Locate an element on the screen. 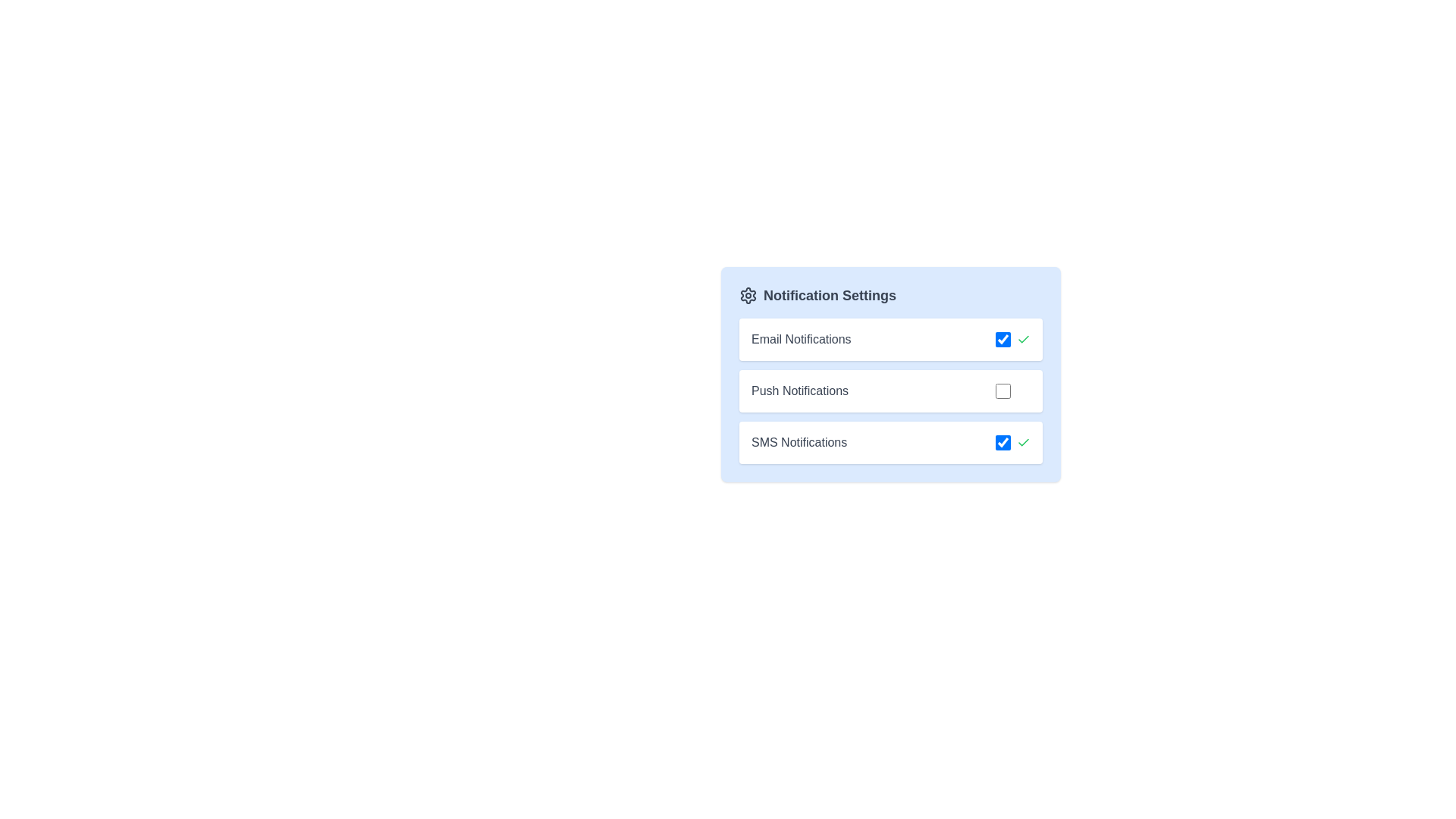 The image size is (1456, 819). the icon that indicates the activation or confirmation for the 'SMS Notifications' option, located immediately to the right of the checkbox in the third row of the notification settings section is located at coordinates (1023, 442).